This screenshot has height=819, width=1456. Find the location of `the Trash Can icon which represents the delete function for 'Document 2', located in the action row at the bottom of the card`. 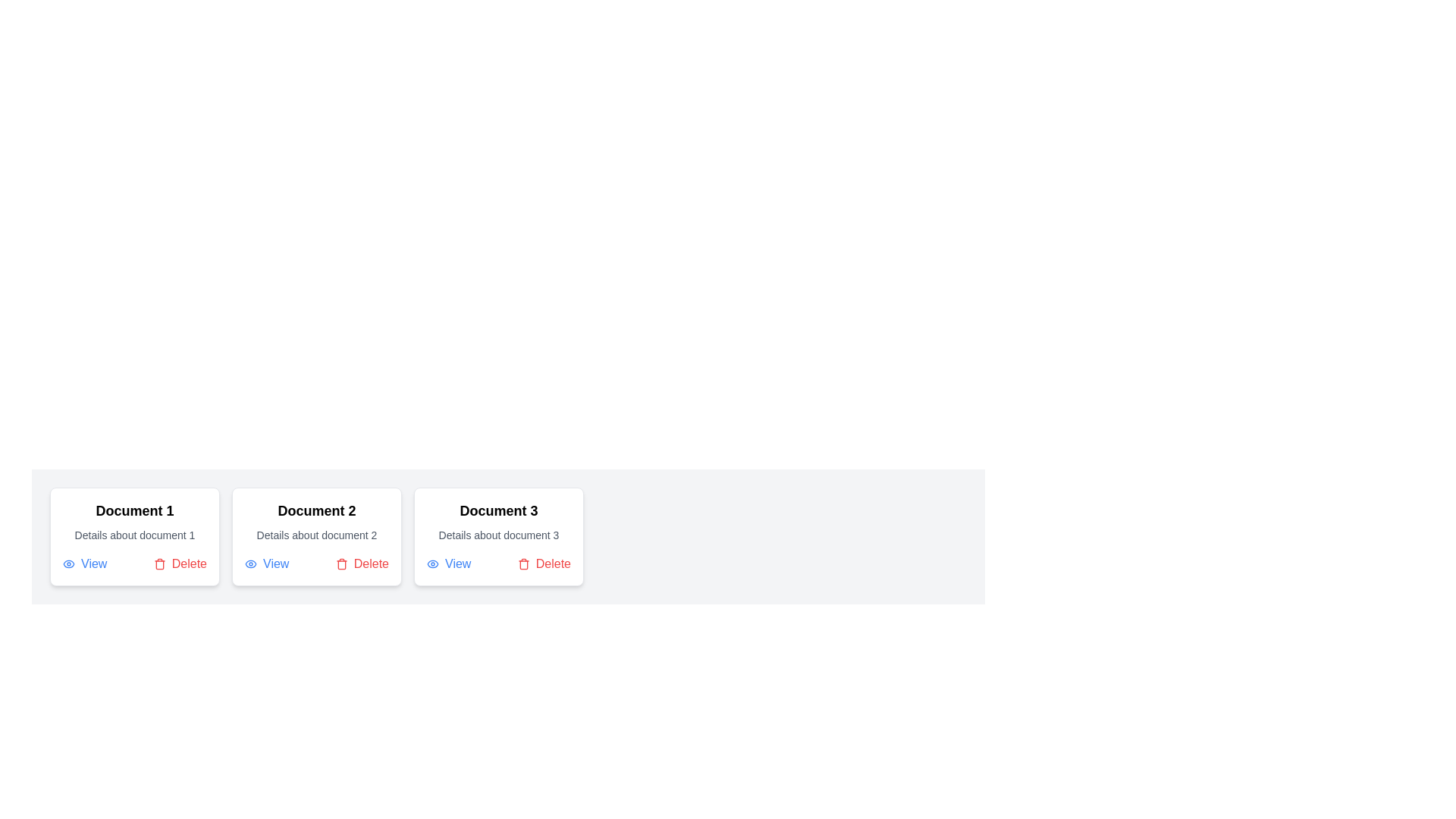

the Trash Can icon which represents the delete function for 'Document 2', located in the action row at the bottom of the card is located at coordinates (340, 564).